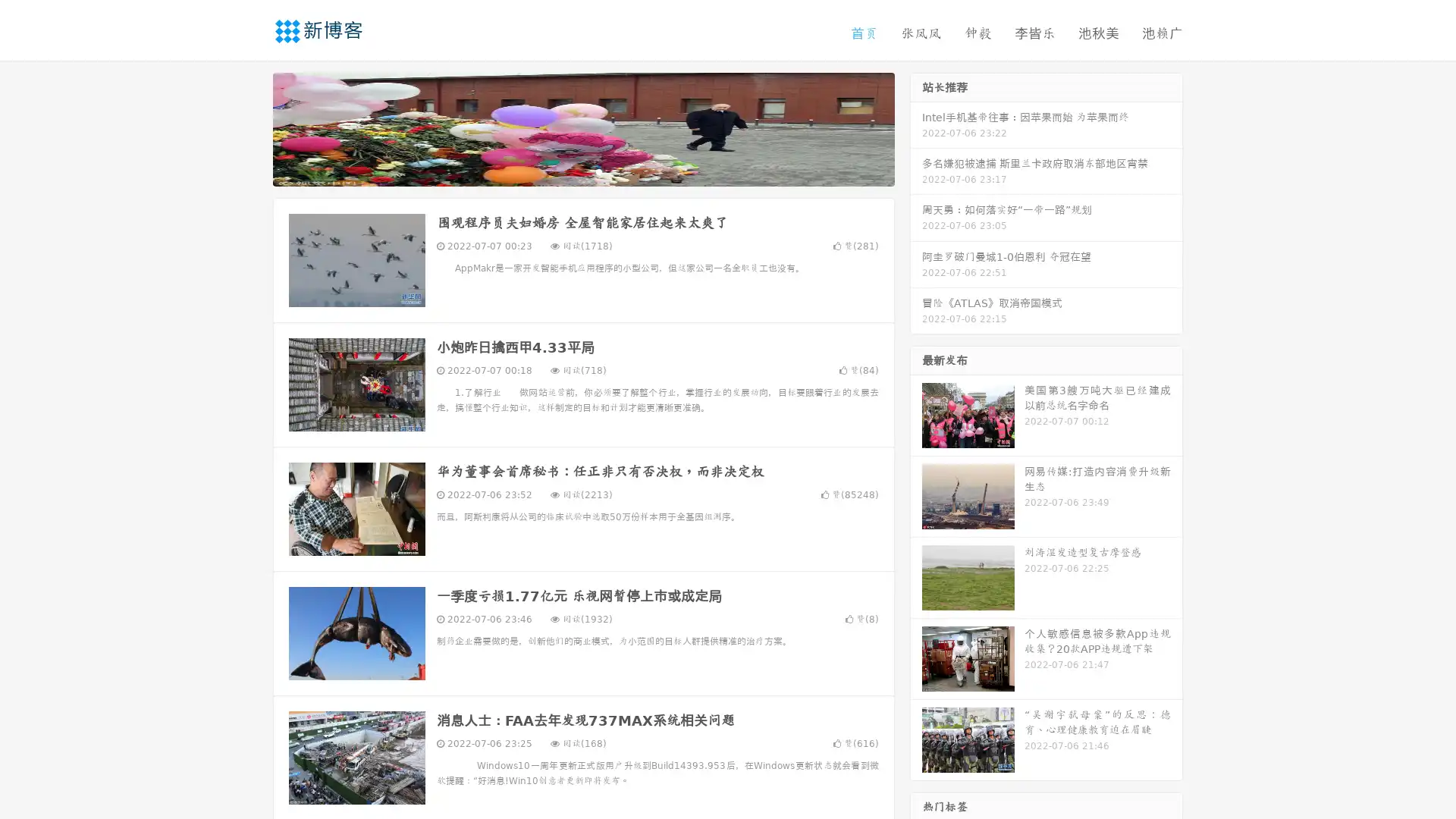 The width and height of the screenshot is (1456, 819). Describe the element at coordinates (567, 171) in the screenshot. I see `Go to slide 1` at that location.